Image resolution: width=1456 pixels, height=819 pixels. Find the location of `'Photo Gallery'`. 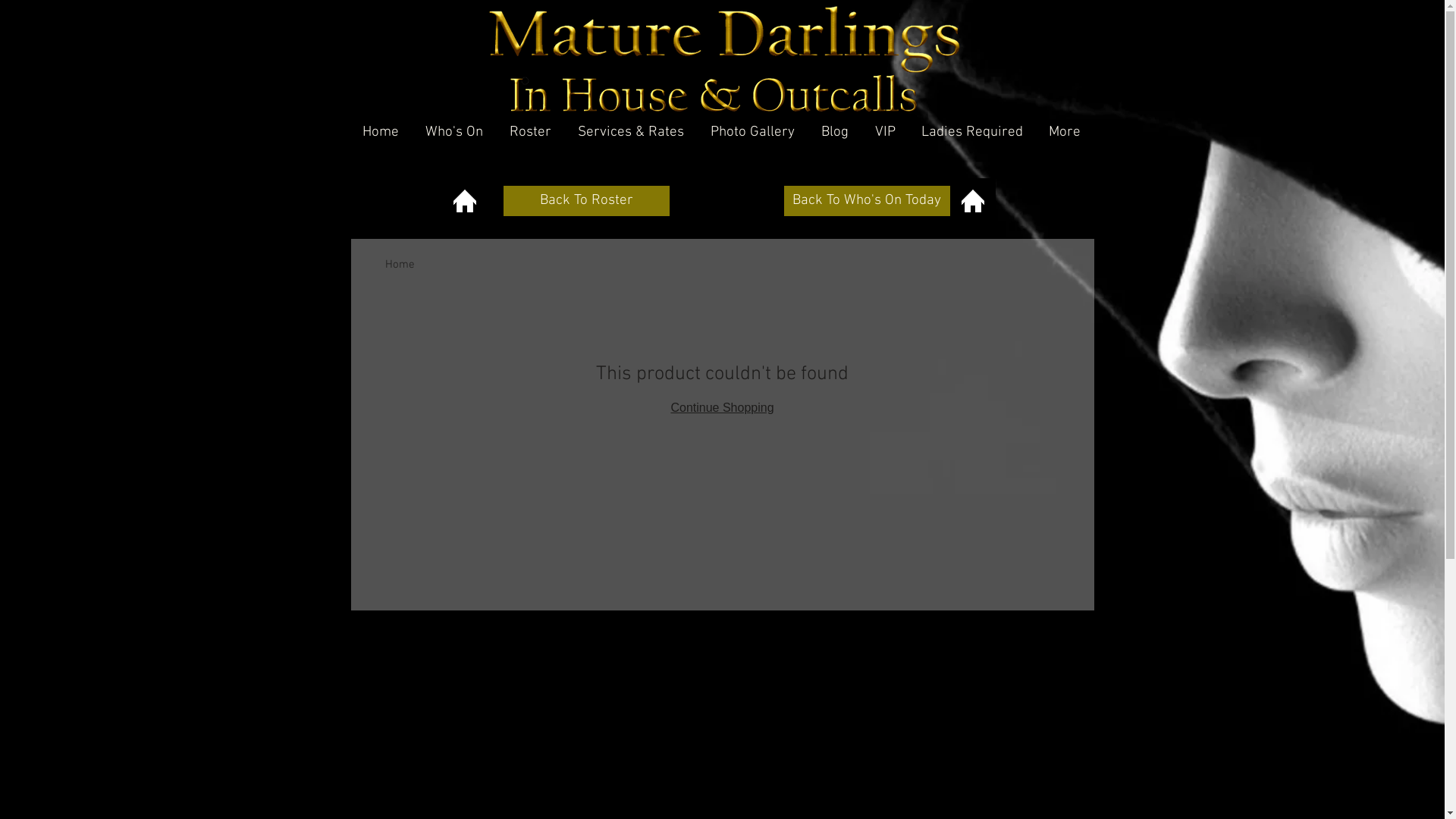

'Photo Gallery' is located at coordinates (753, 131).